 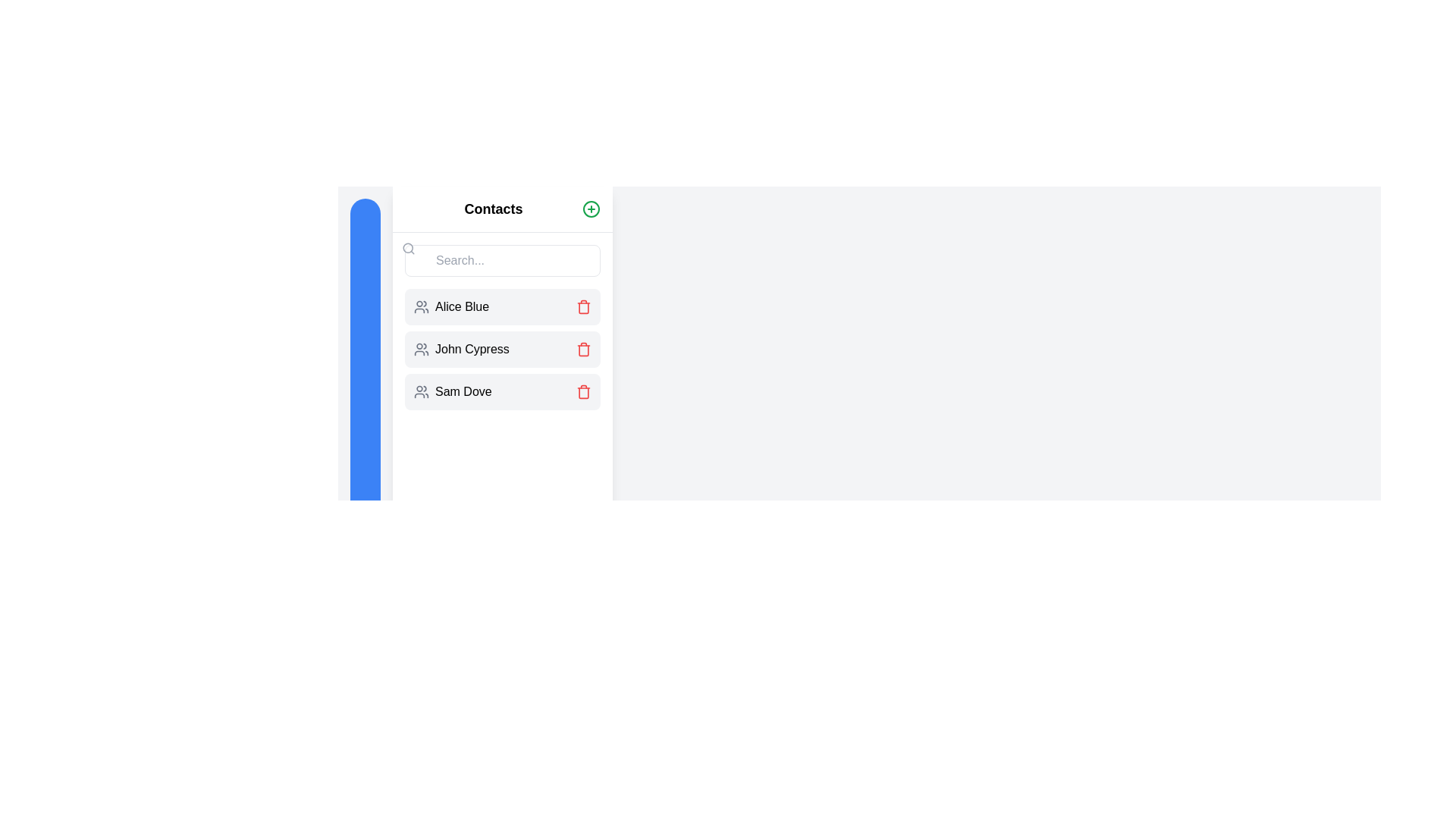 I want to click on the red trash icon, which is styled as a miniature trash bin and located to the far-right of the 'Sam Dove' entry row, so click(x=582, y=391).